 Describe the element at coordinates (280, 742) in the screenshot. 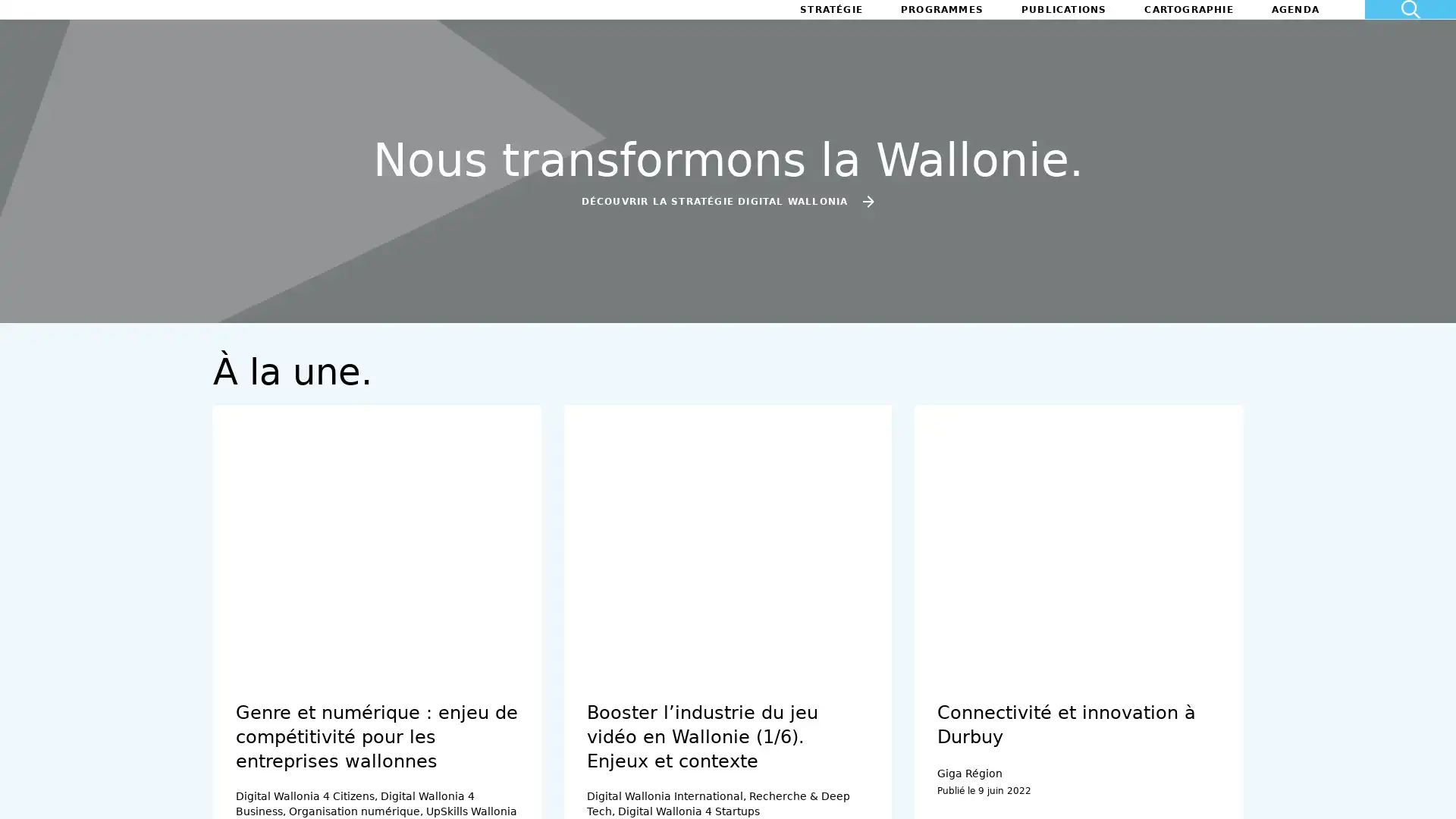

I see `OK pour moi` at that location.